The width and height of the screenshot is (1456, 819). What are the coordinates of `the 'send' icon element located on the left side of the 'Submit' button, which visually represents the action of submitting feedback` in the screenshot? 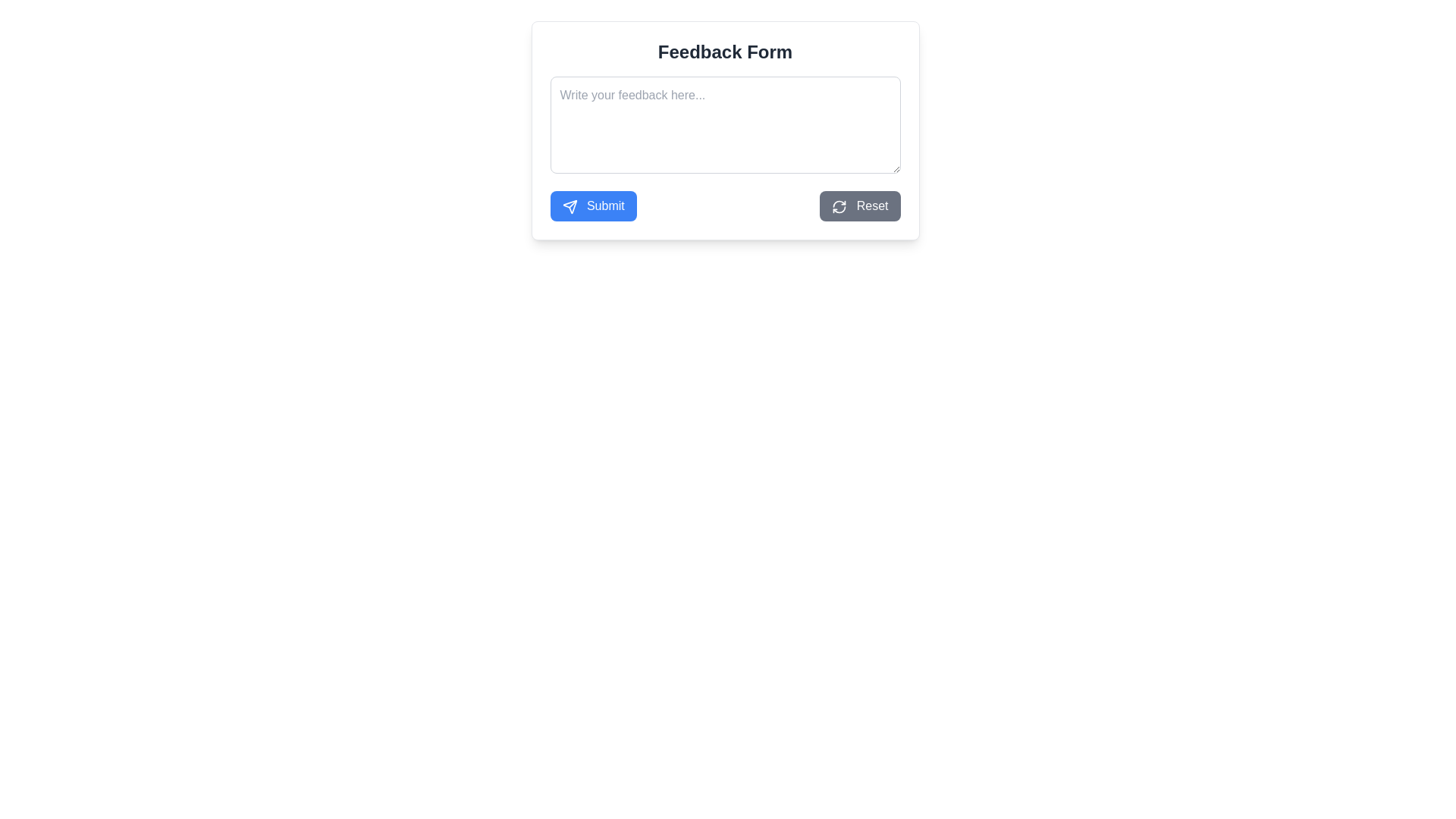 It's located at (569, 206).